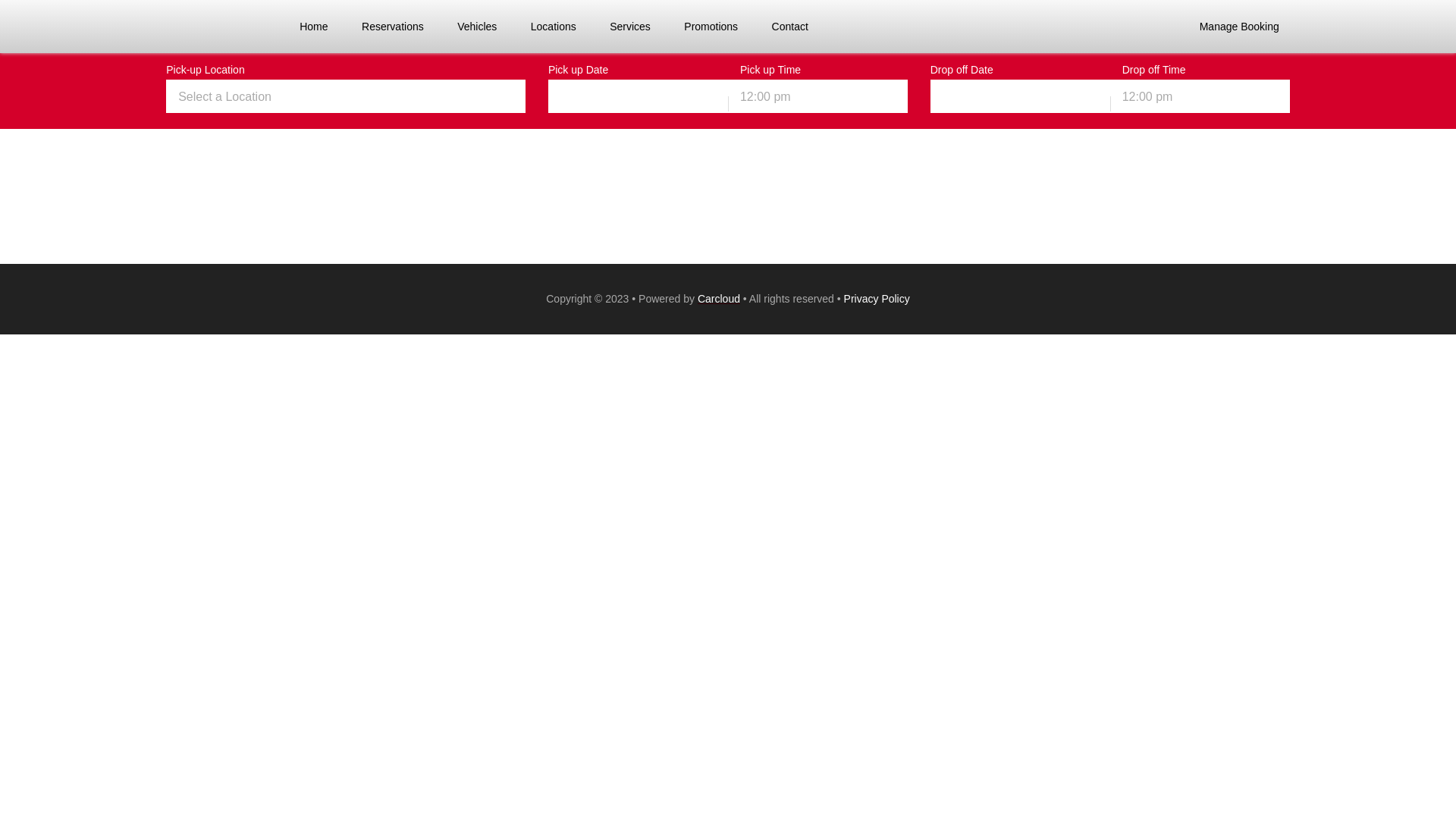  I want to click on 'Home', so click(292, 26).